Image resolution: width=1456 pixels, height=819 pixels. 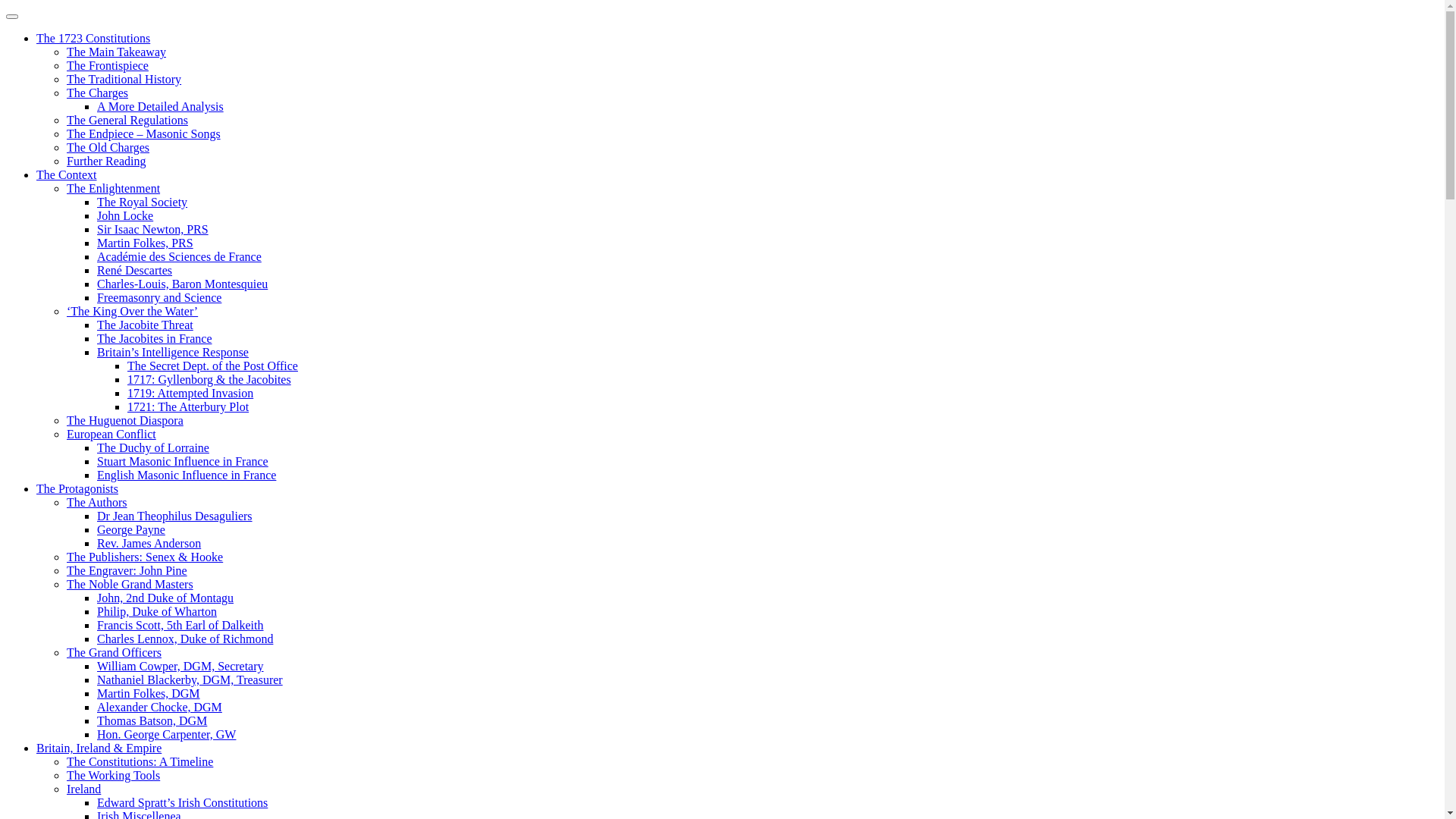 I want to click on 'The Engraver: John Pine', so click(x=127, y=570).